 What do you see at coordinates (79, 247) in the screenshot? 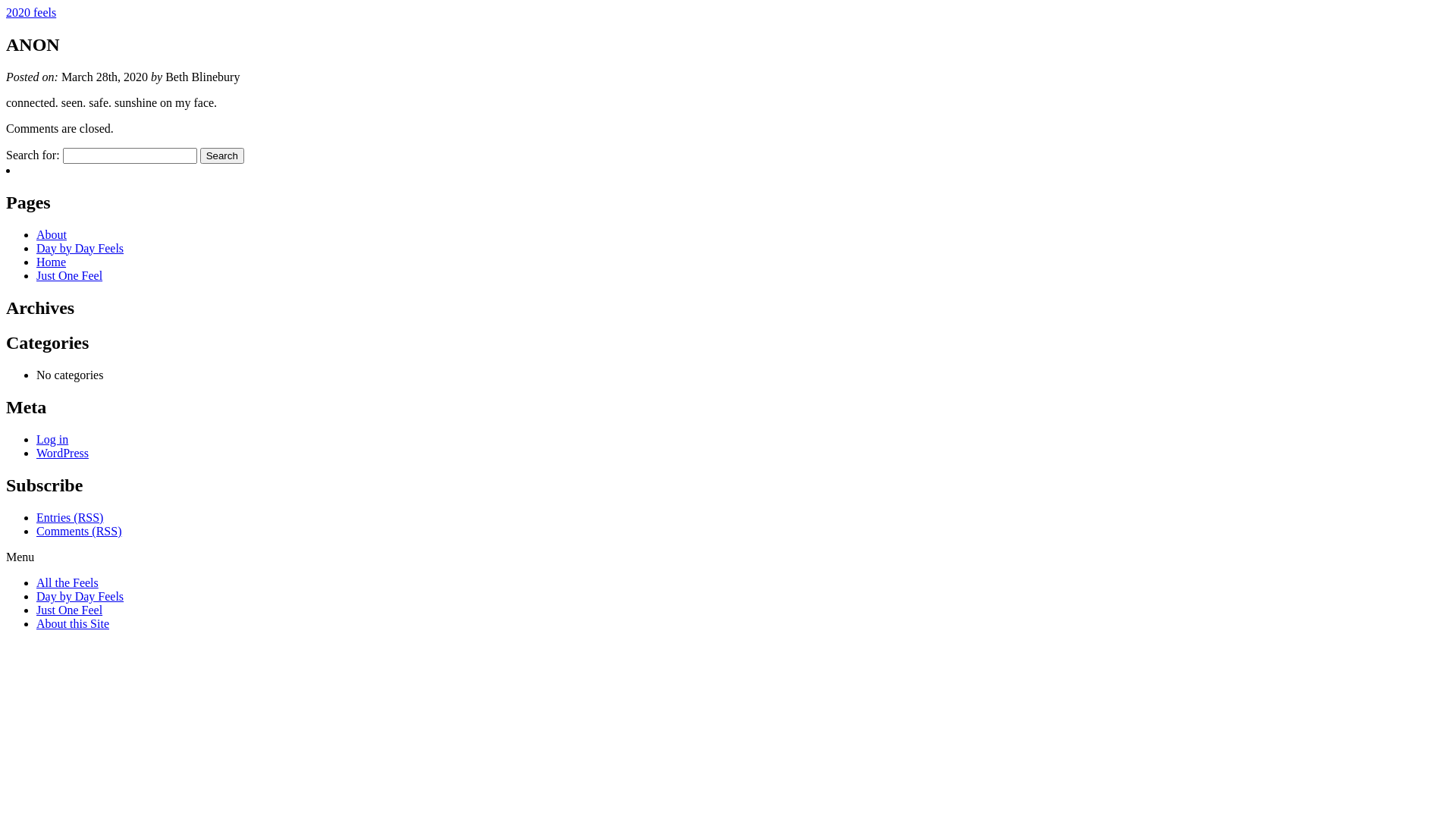
I see `'Day by Day Feels'` at bounding box center [79, 247].